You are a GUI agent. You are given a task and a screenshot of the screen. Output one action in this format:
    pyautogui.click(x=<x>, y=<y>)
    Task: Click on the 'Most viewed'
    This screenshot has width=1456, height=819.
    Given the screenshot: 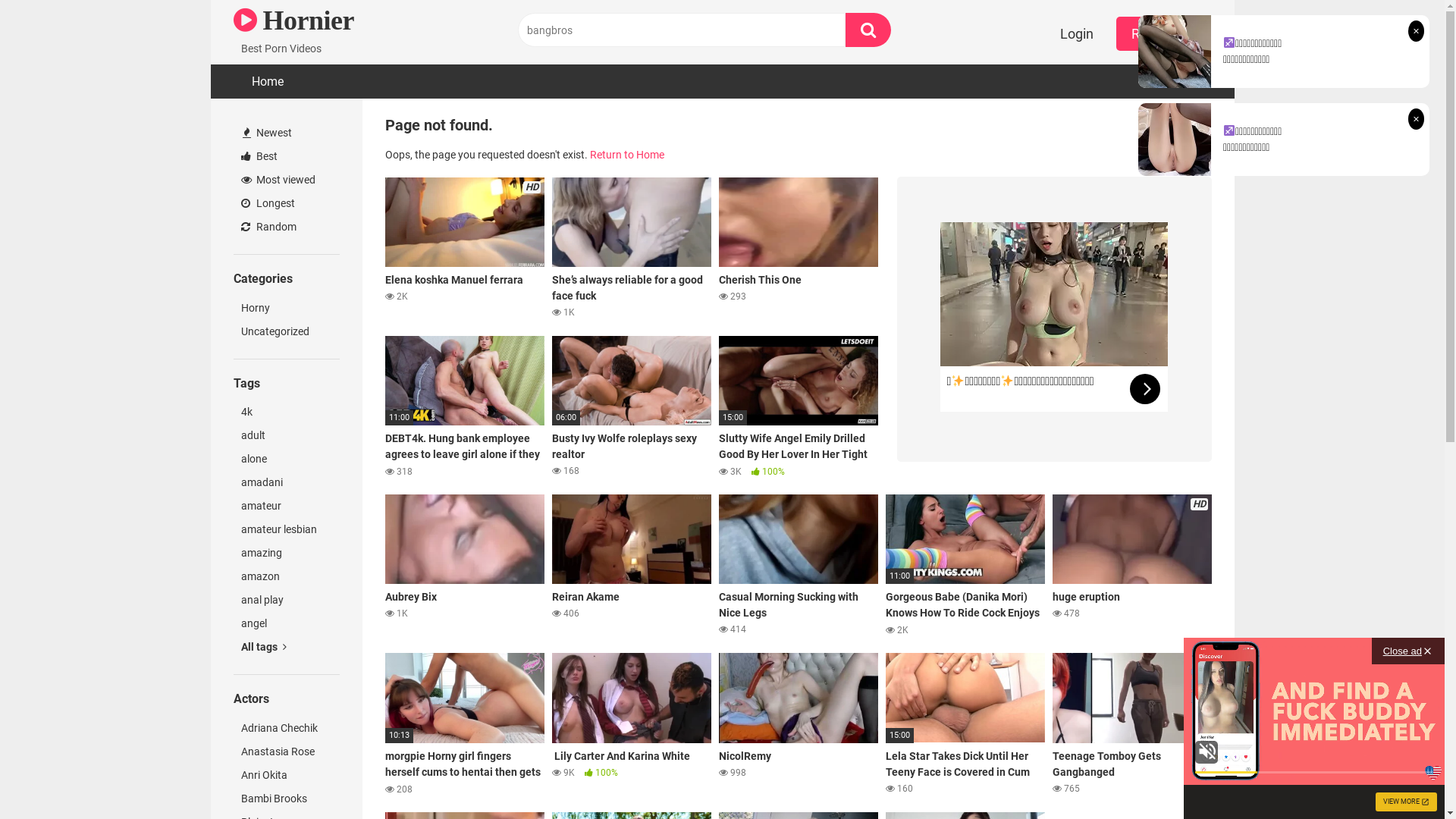 What is the action you would take?
    pyautogui.click(x=287, y=179)
    